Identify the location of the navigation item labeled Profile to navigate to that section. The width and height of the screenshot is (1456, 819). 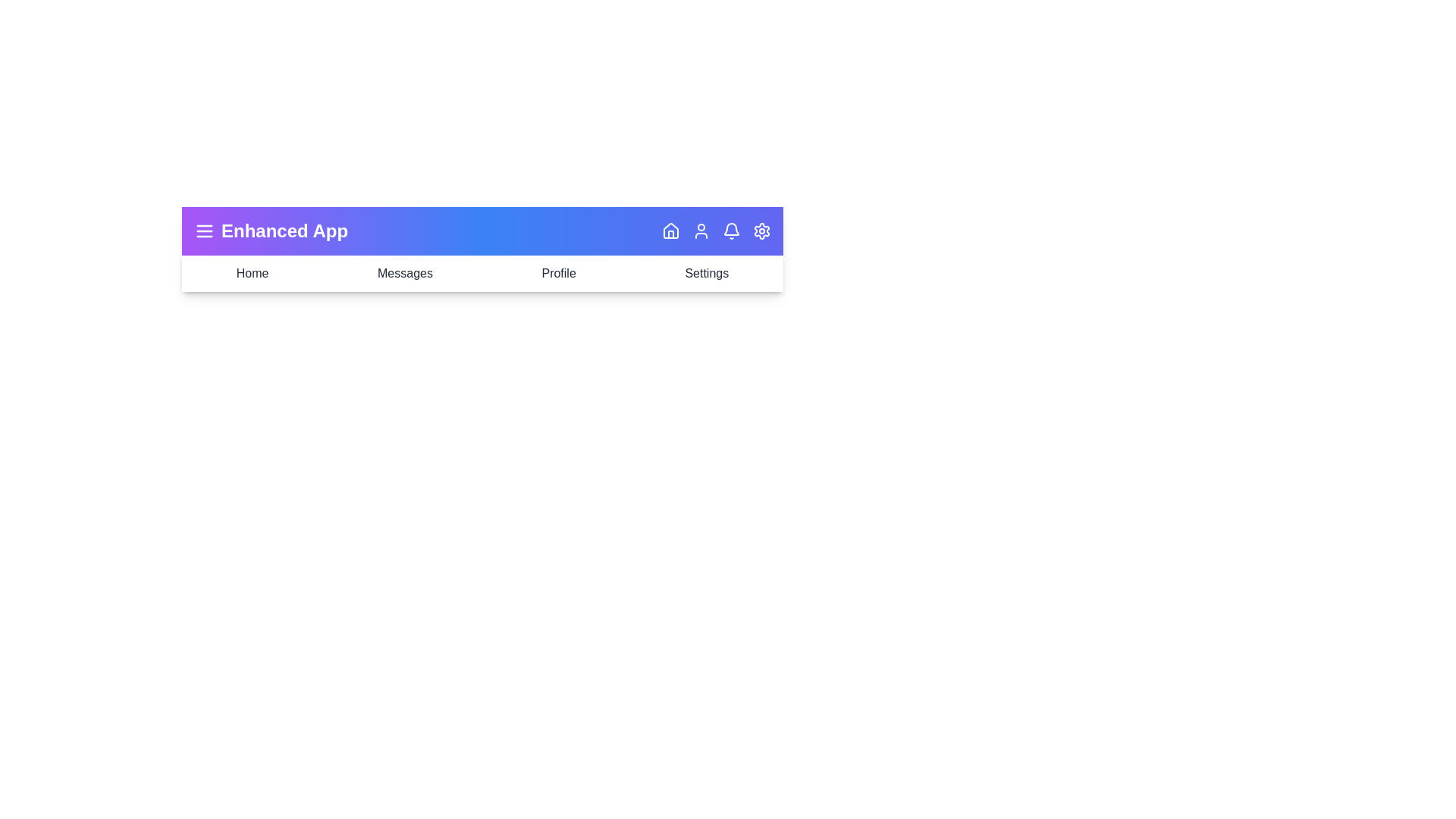
(558, 274).